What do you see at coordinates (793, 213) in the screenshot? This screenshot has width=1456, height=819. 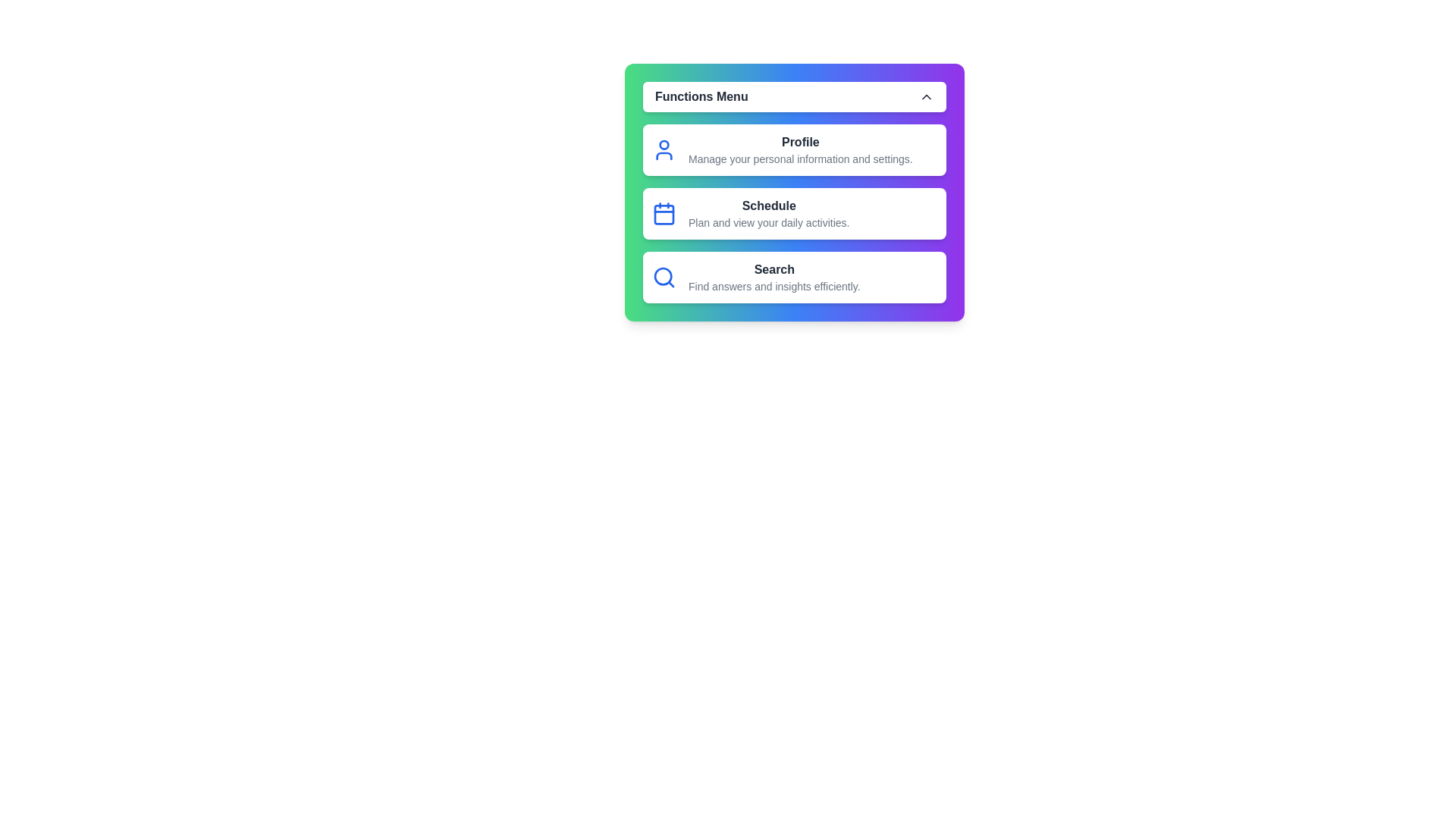 I see `the description of the menu item Schedule` at bounding box center [793, 213].